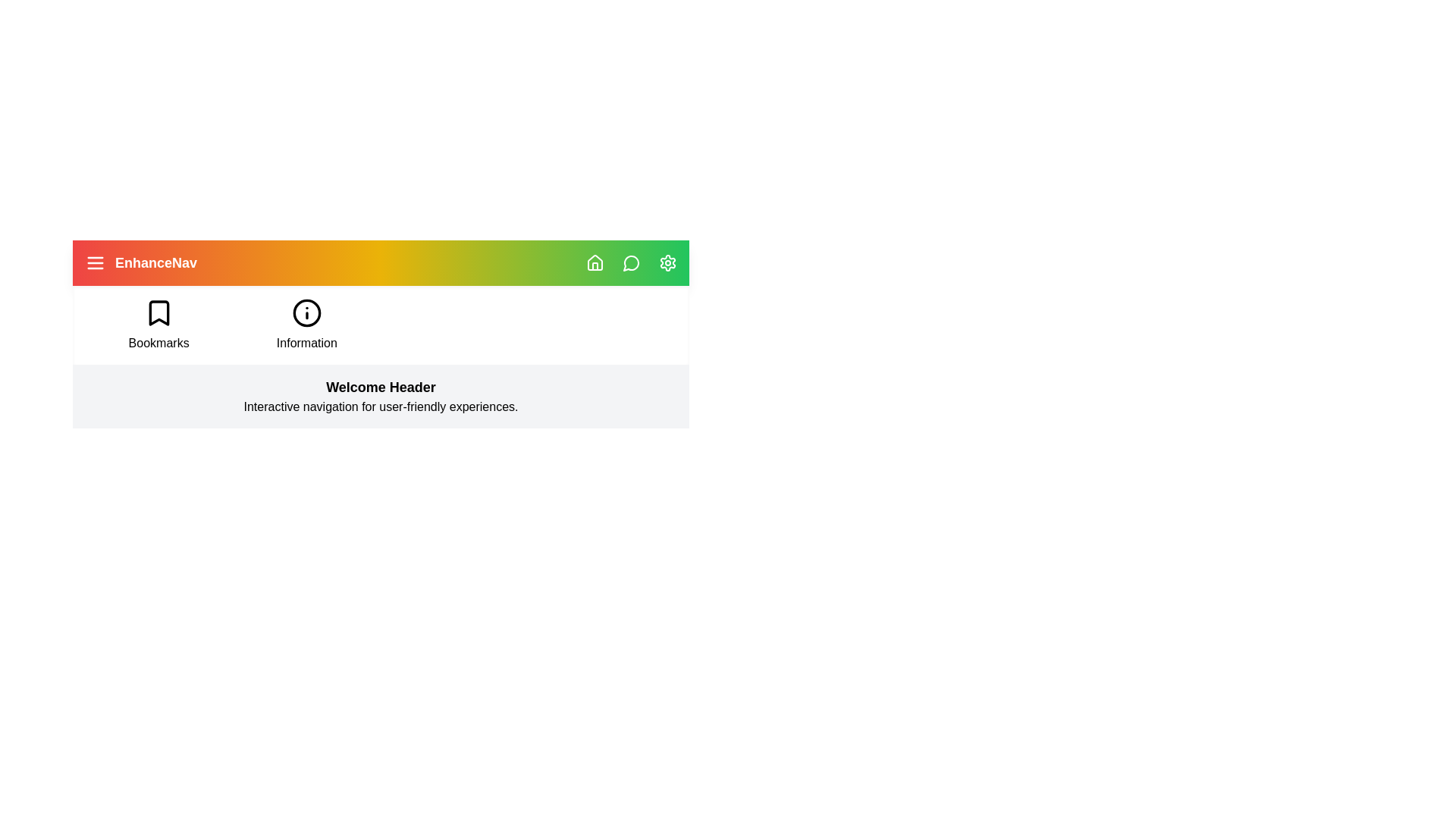 The width and height of the screenshot is (1456, 819). I want to click on the navigation icon home, so click(595, 262).